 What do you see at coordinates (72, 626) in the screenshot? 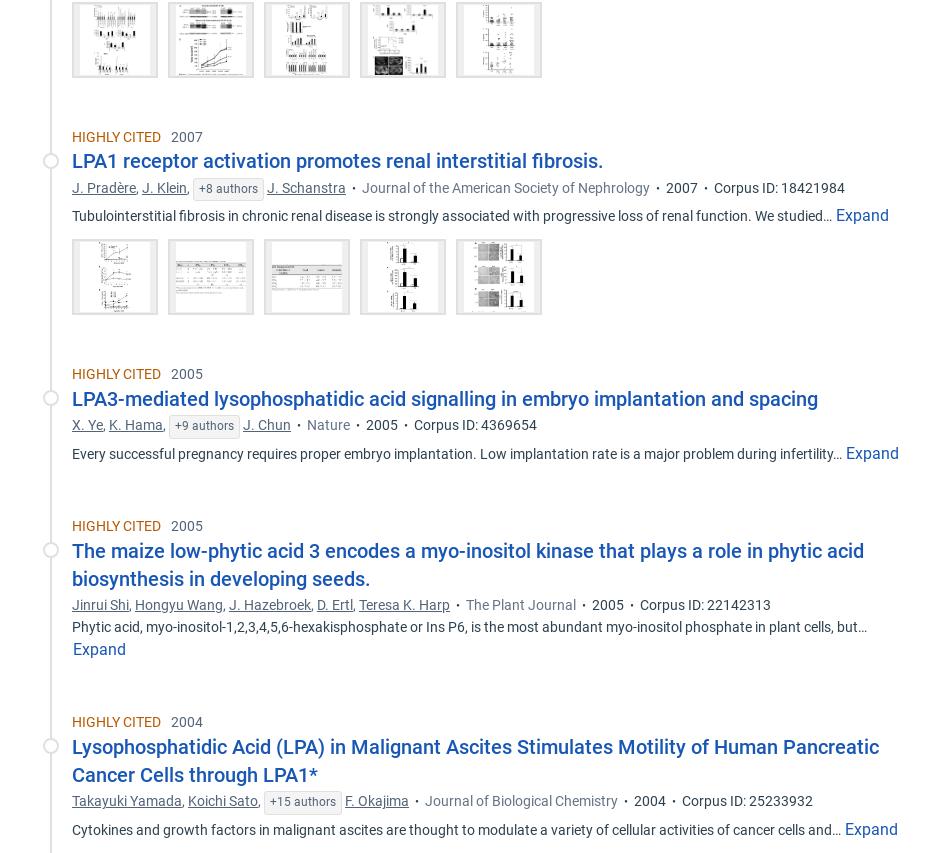
I see `'Phytic acid, myo-inositol-1,2,3,4,5,6-hexakisphosphate or Ins P6, is the most abundant myo-inositol phosphate in plant cells, but…'` at bounding box center [72, 626].